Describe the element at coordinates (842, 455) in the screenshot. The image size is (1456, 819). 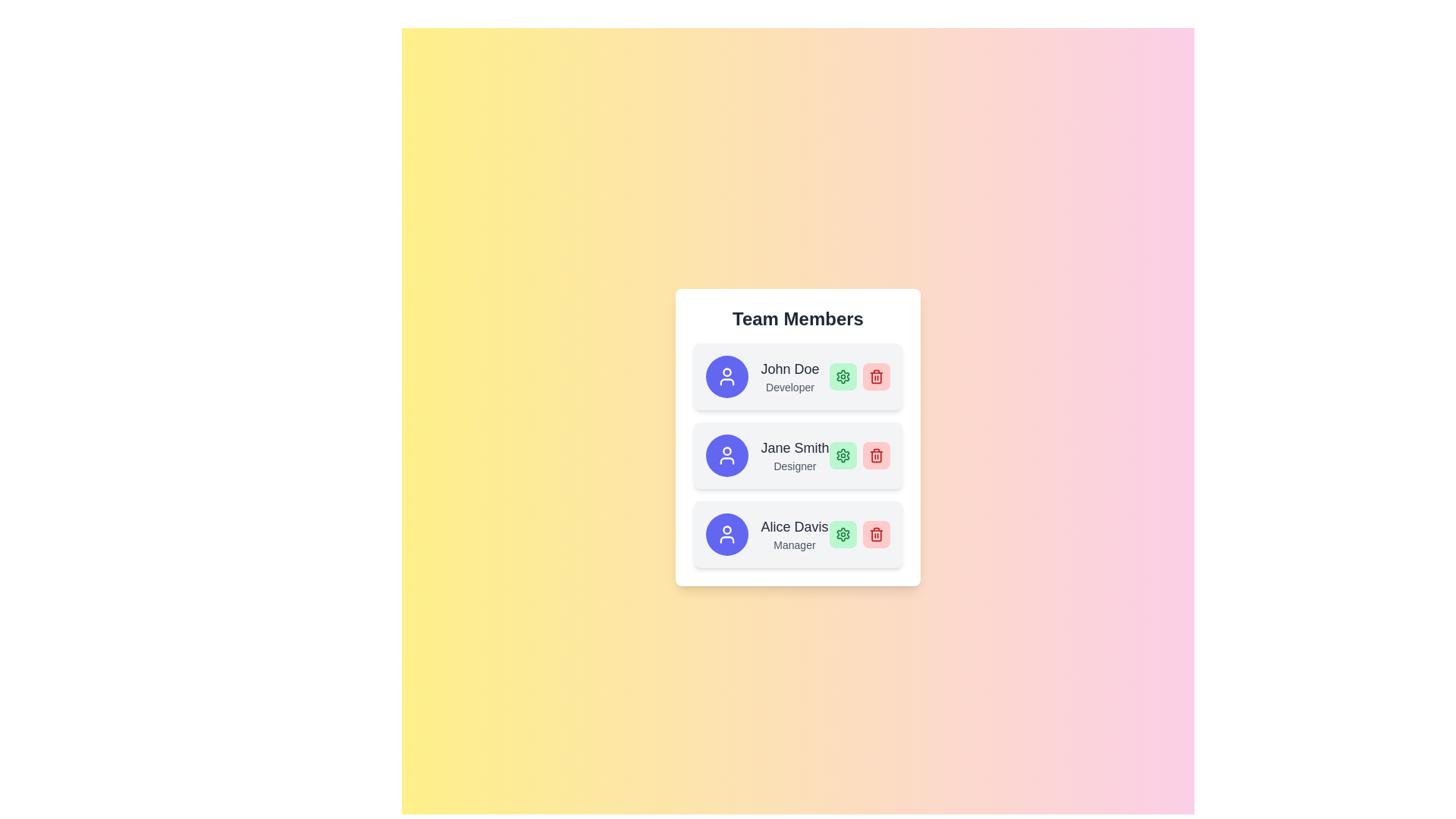
I see `the settings button located to the right of 'Jane Smith' in the 'Team Members' section` at that location.